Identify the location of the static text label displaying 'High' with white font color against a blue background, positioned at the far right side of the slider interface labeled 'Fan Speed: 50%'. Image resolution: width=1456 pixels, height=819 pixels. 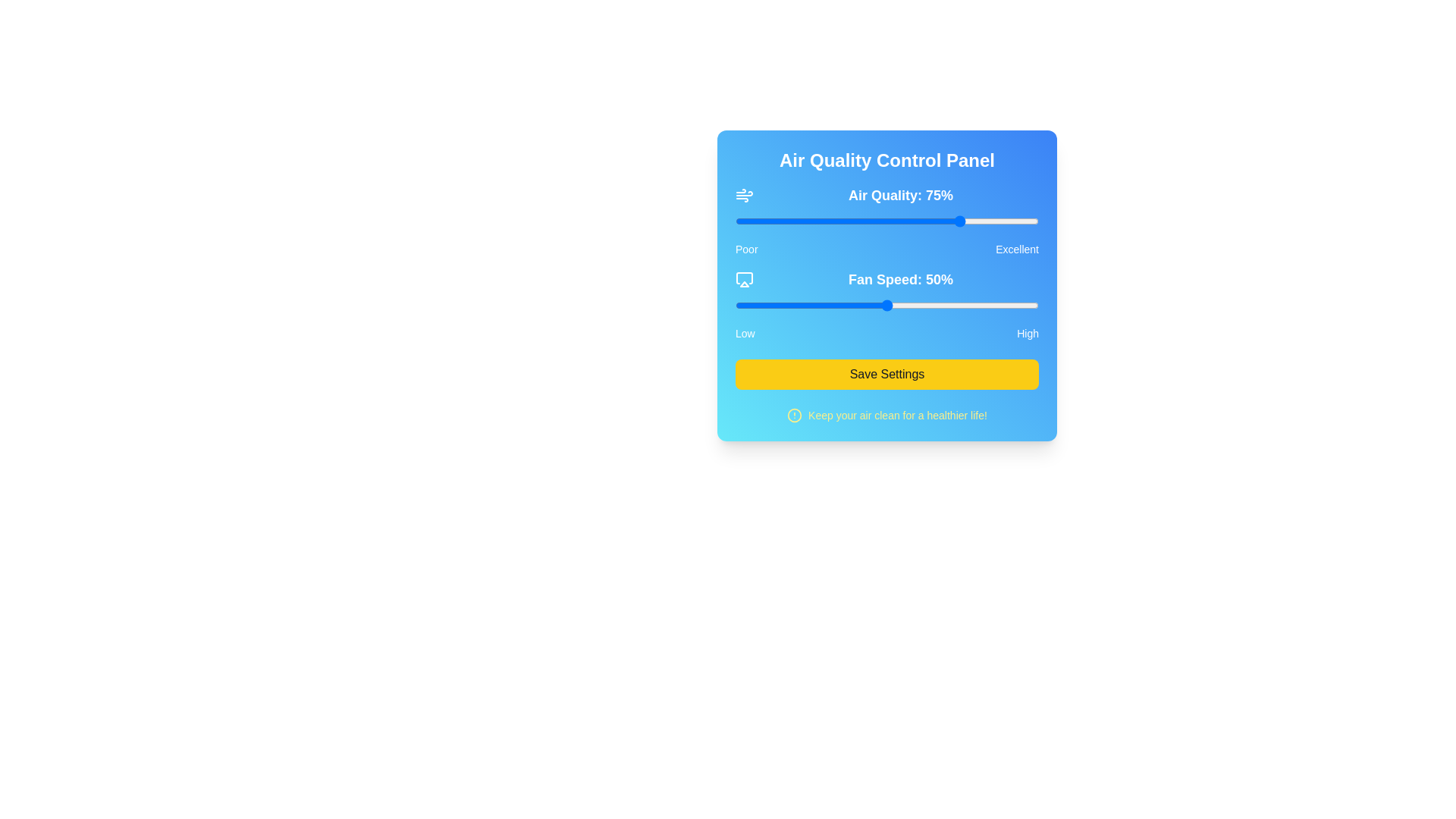
(1028, 332).